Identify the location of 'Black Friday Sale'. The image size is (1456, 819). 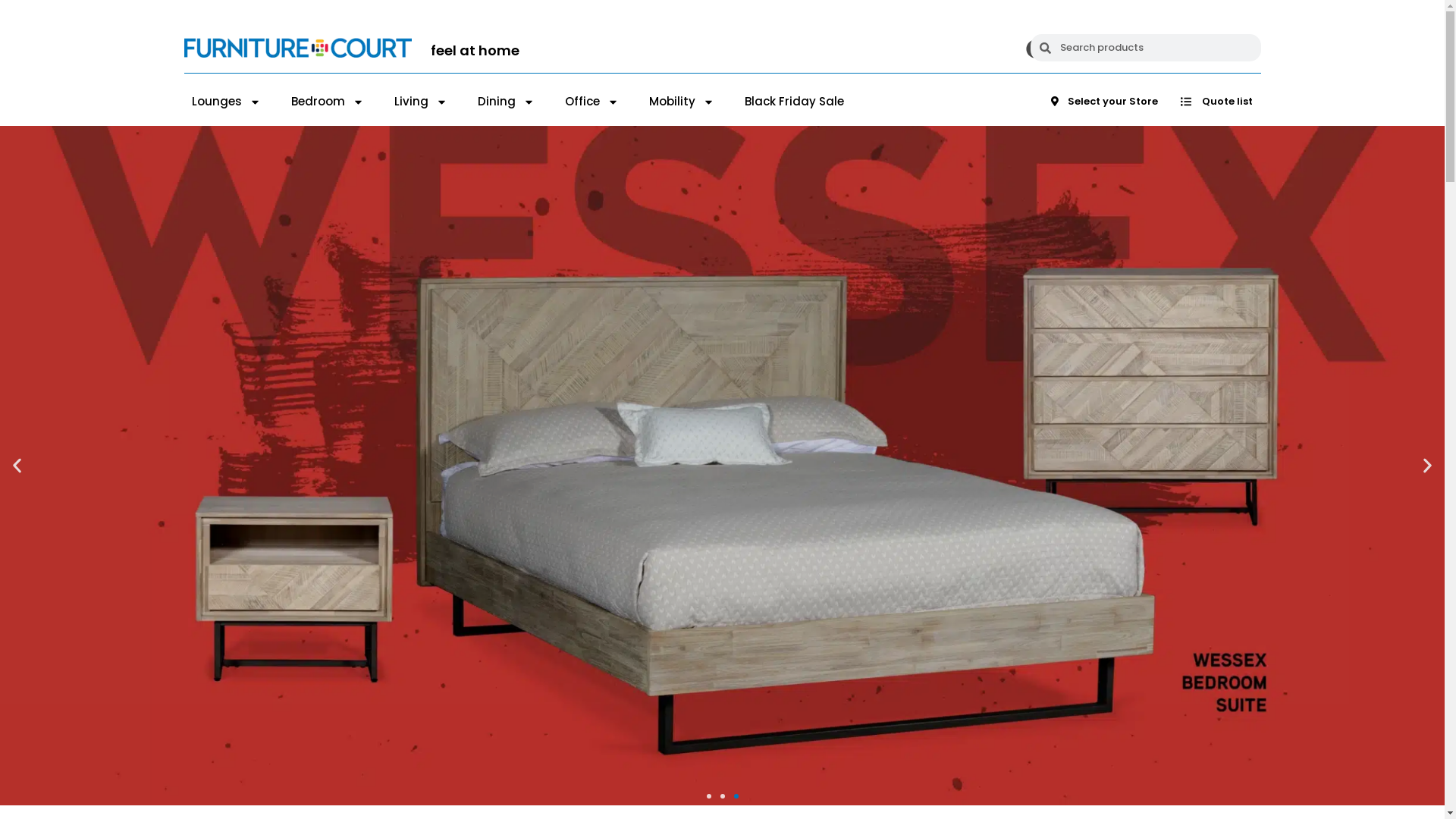
(793, 102).